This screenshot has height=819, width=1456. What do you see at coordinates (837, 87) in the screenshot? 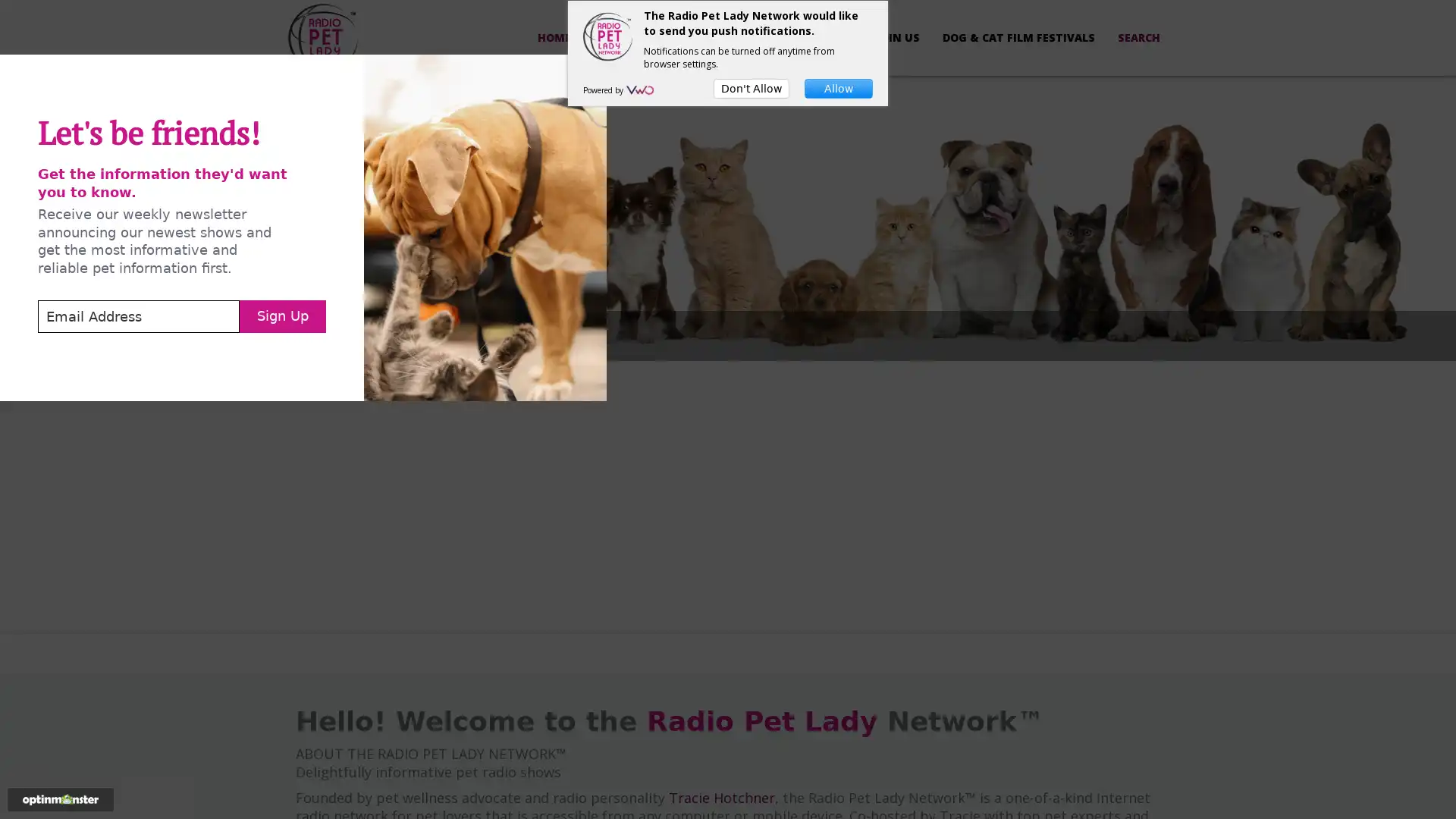
I see `Allow` at bounding box center [837, 87].